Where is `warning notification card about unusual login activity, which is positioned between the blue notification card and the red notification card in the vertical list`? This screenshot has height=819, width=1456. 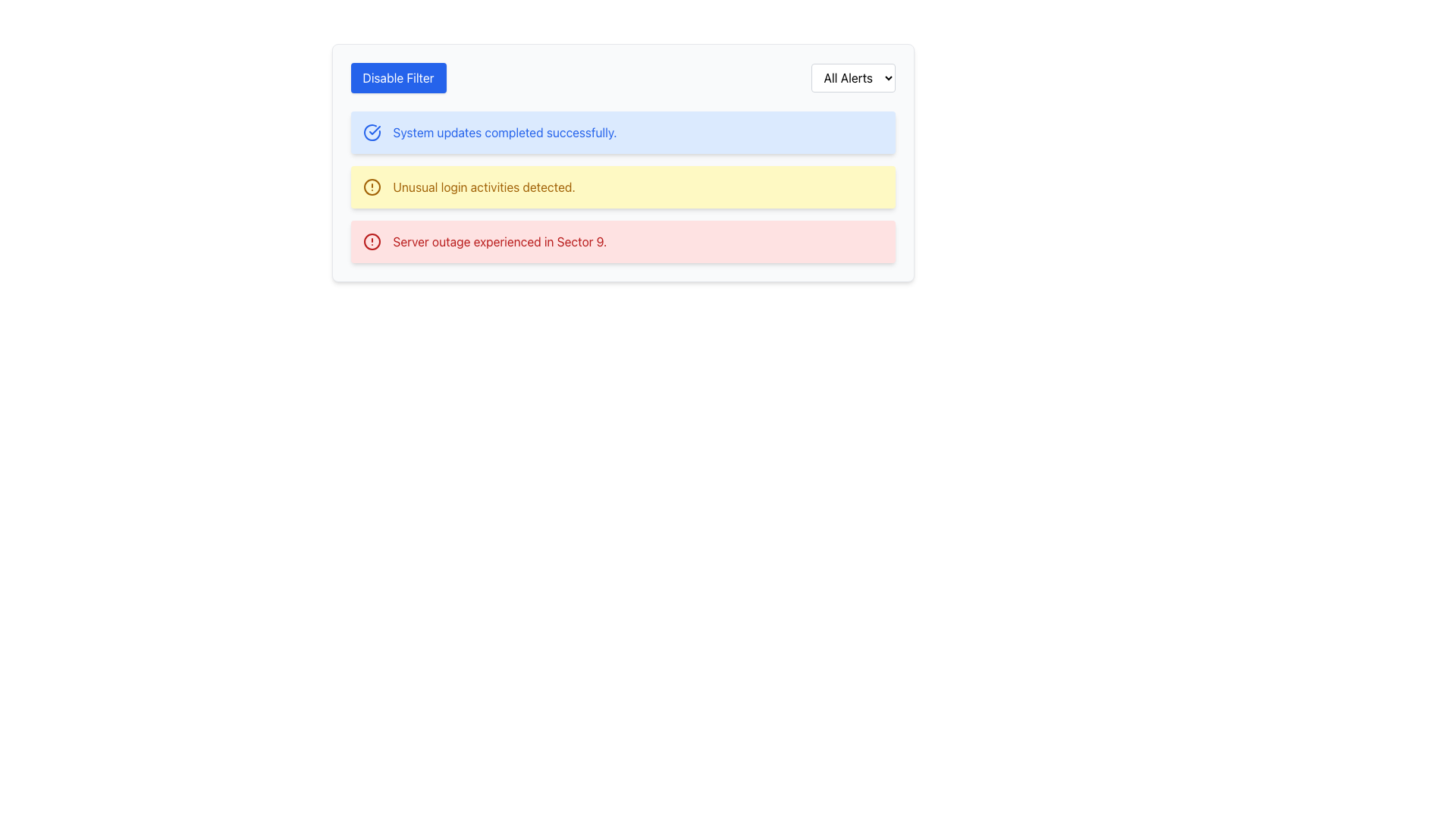 warning notification card about unusual login activity, which is positioned between the blue notification card and the red notification card in the vertical list is located at coordinates (623, 186).